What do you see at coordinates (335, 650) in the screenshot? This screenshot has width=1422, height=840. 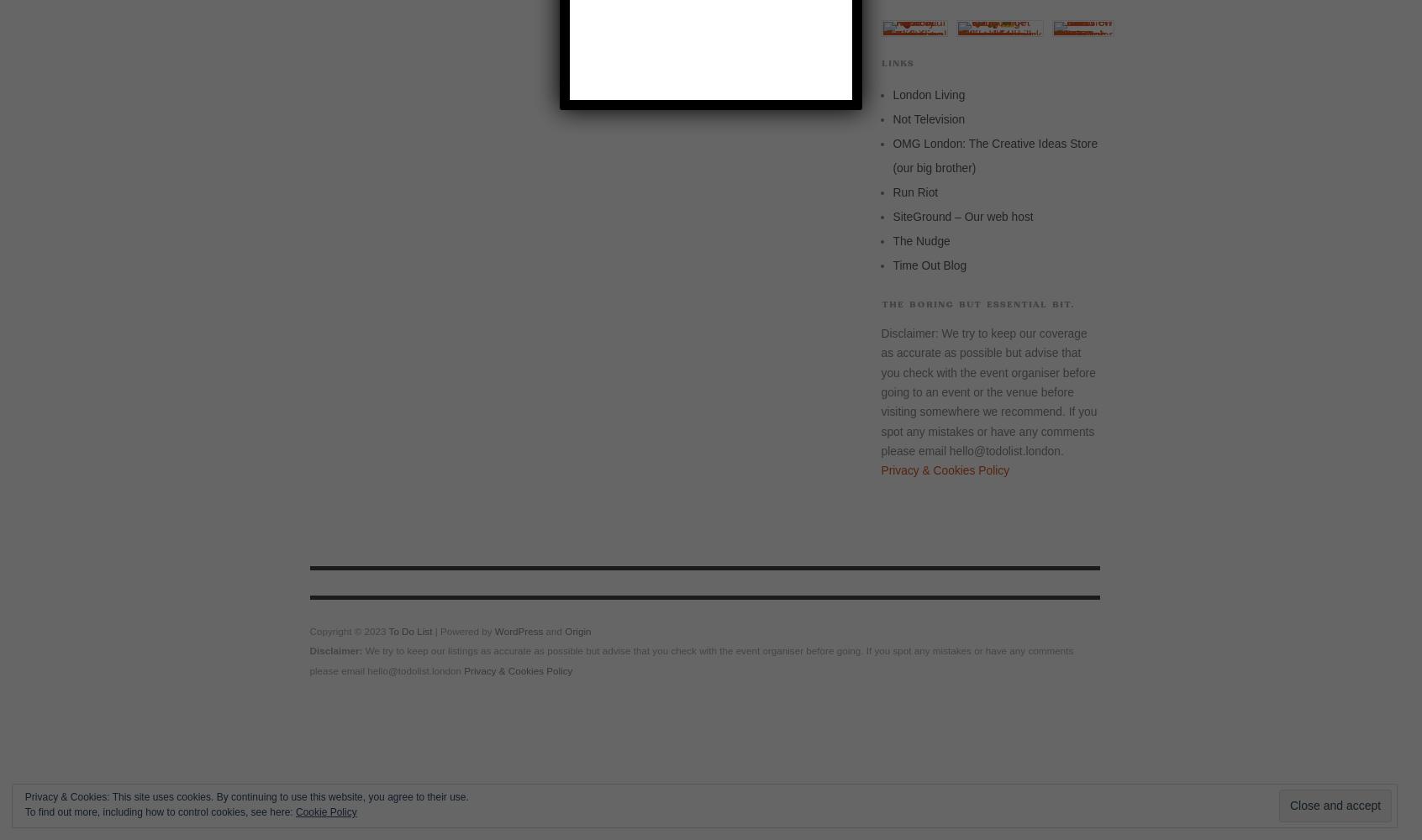 I see `'Disclaimer:'` at bounding box center [335, 650].